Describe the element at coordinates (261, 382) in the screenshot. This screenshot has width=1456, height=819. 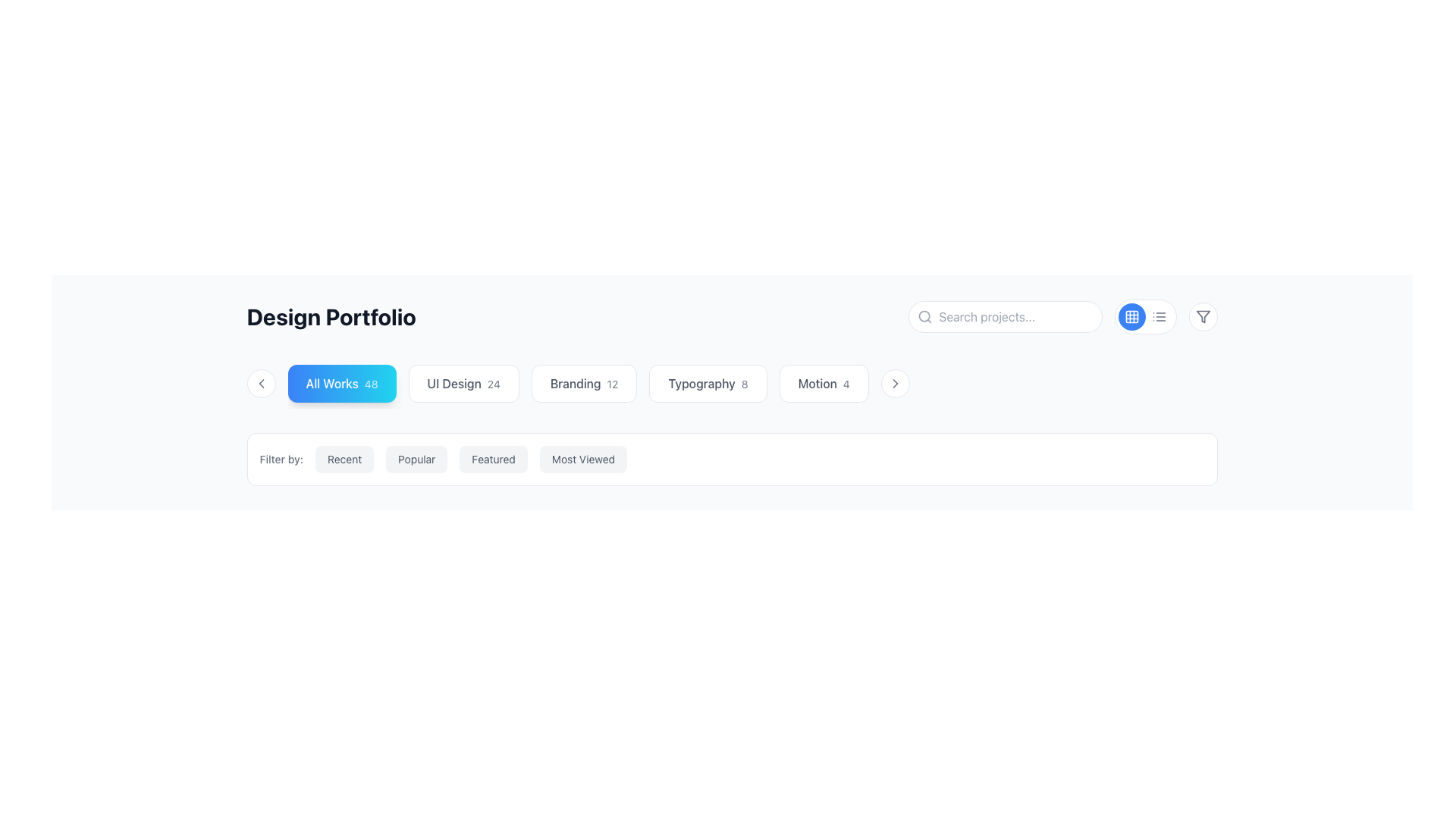
I see `the leftward-pointing chevron icon button` at that location.